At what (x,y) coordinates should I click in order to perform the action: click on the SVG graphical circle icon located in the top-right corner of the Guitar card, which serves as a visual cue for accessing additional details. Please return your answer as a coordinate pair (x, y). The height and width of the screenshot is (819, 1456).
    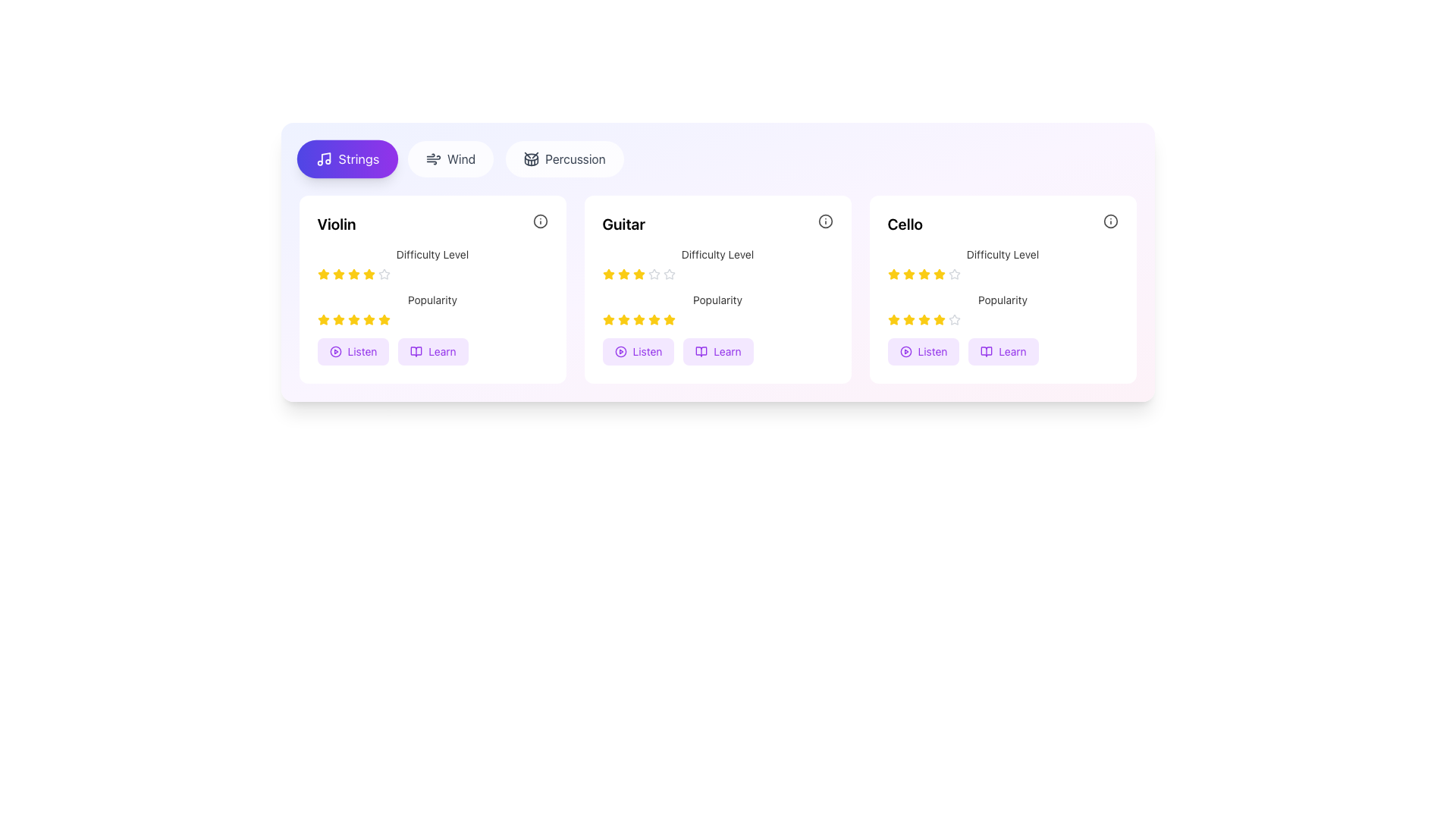
    Looking at the image, I should click on (540, 221).